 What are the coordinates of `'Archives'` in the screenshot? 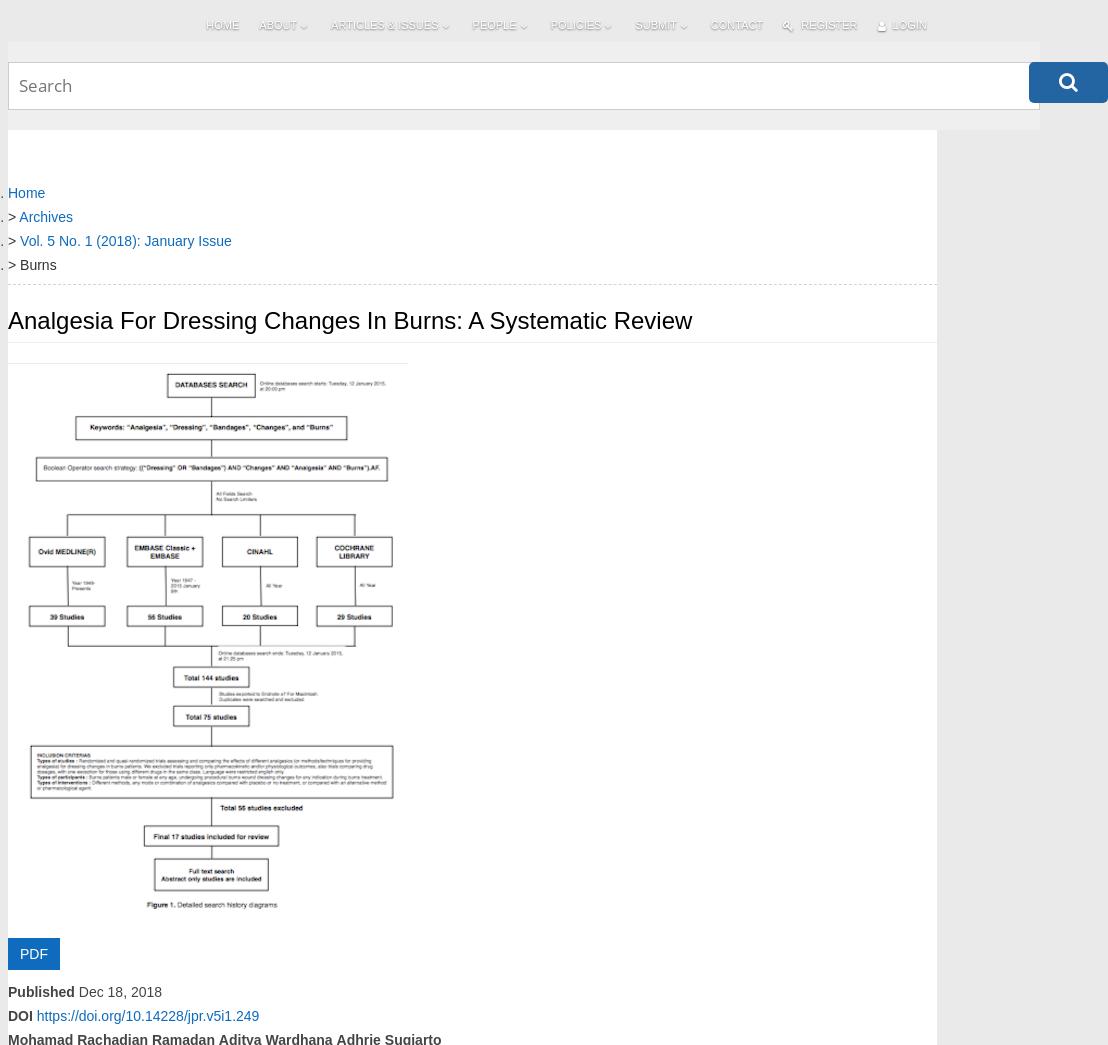 It's located at (18, 216).